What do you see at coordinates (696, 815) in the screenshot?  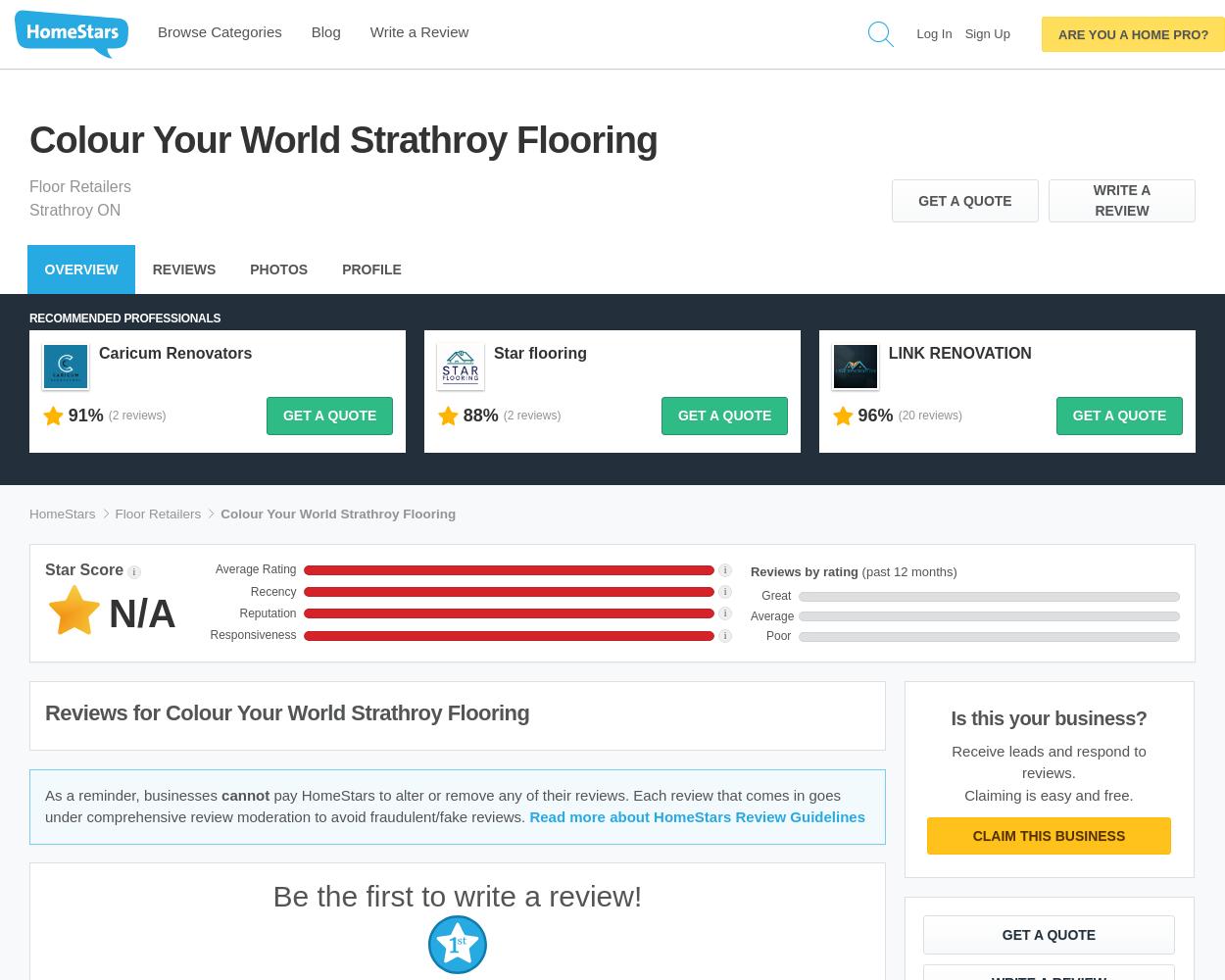 I see `'Read more about HomeStars Review Guidelines'` at bounding box center [696, 815].